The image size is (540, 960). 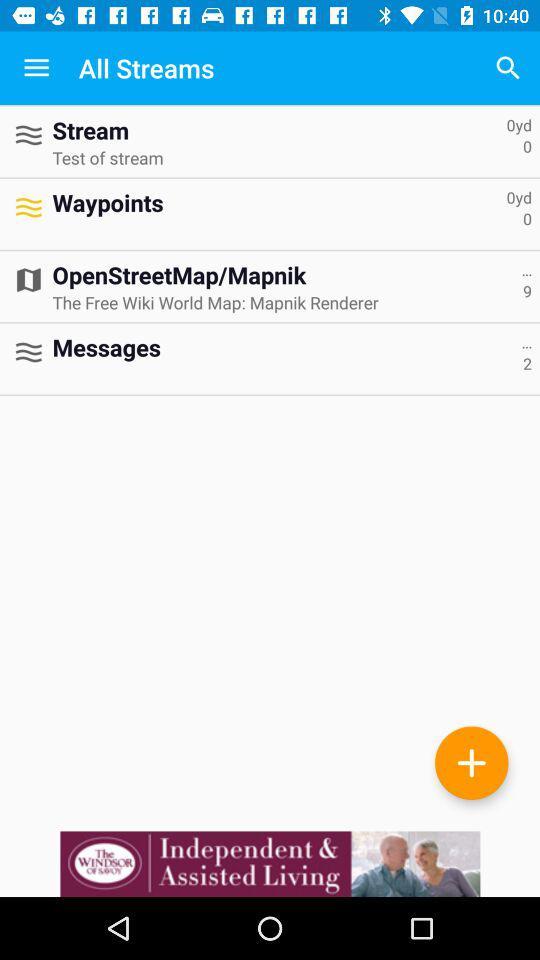 I want to click on click advertisement, so click(x=270, y=863).